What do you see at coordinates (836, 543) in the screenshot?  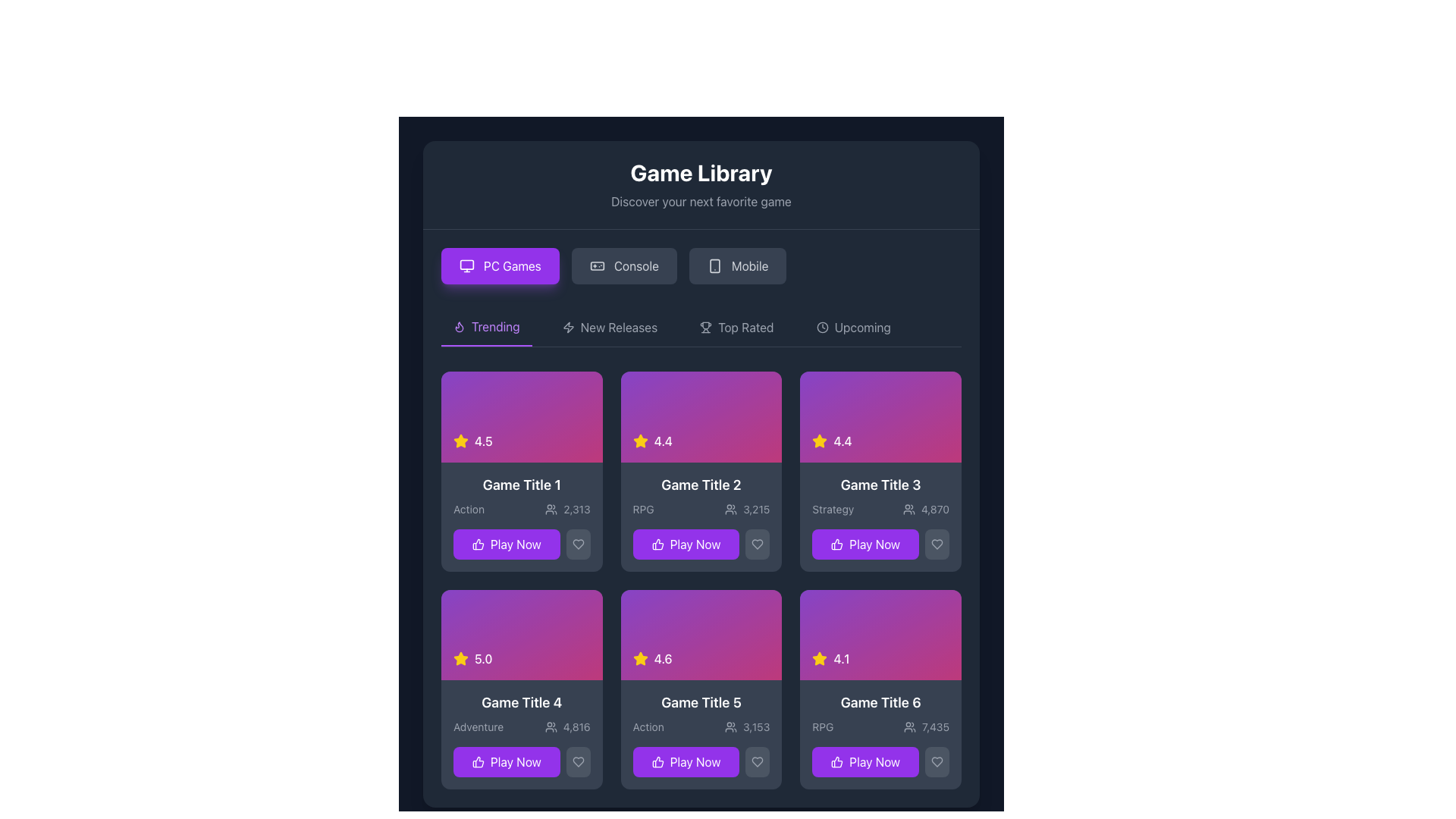 I see `the approval icon located` at bounding box center [836, 543].